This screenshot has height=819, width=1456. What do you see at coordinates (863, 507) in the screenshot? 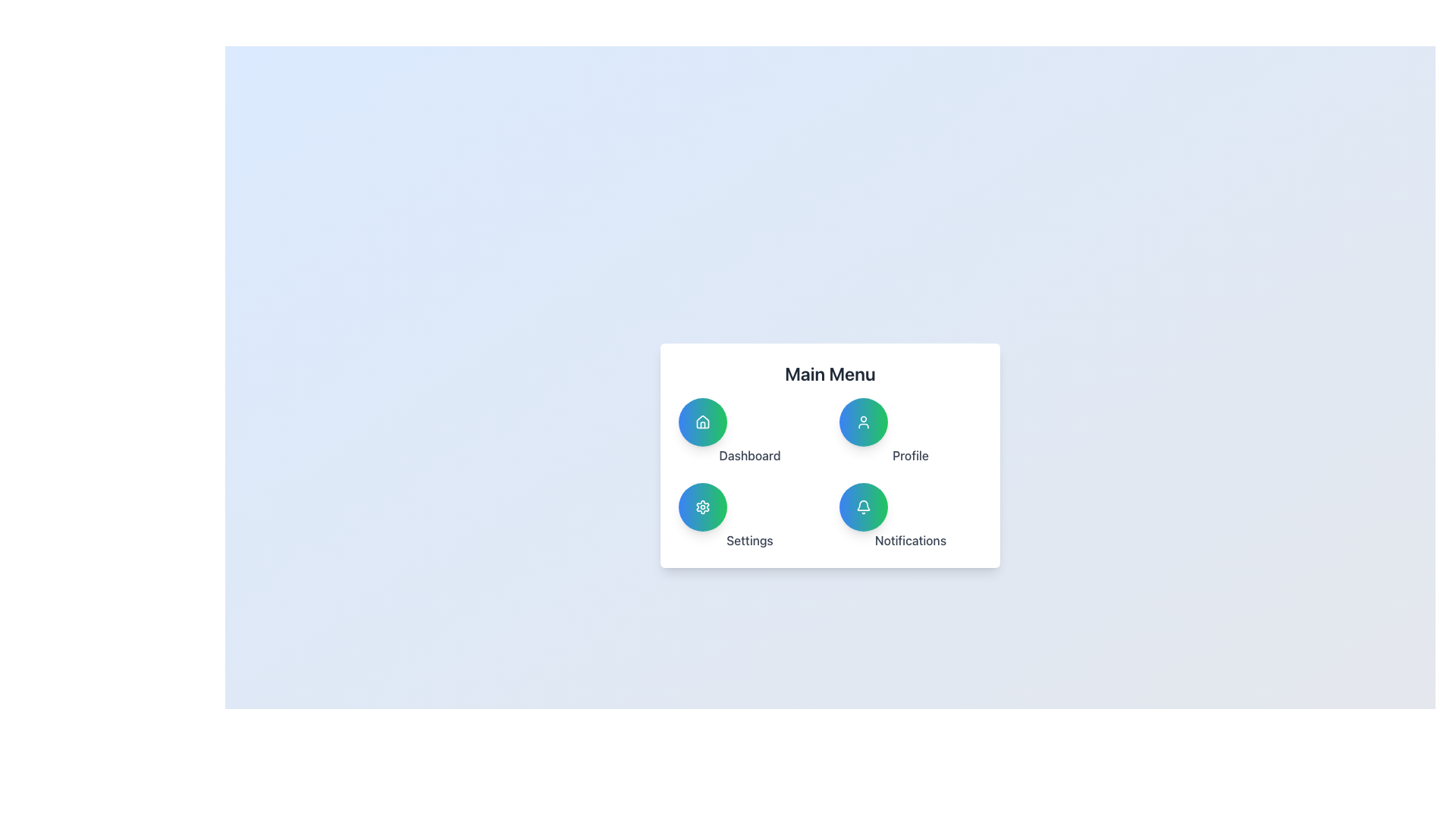
I see `the circular gradient button with a white bell icon located in the bottom-right corner of the 'Notifications View Recent Alerts' section` at bounding box center [863, 507].